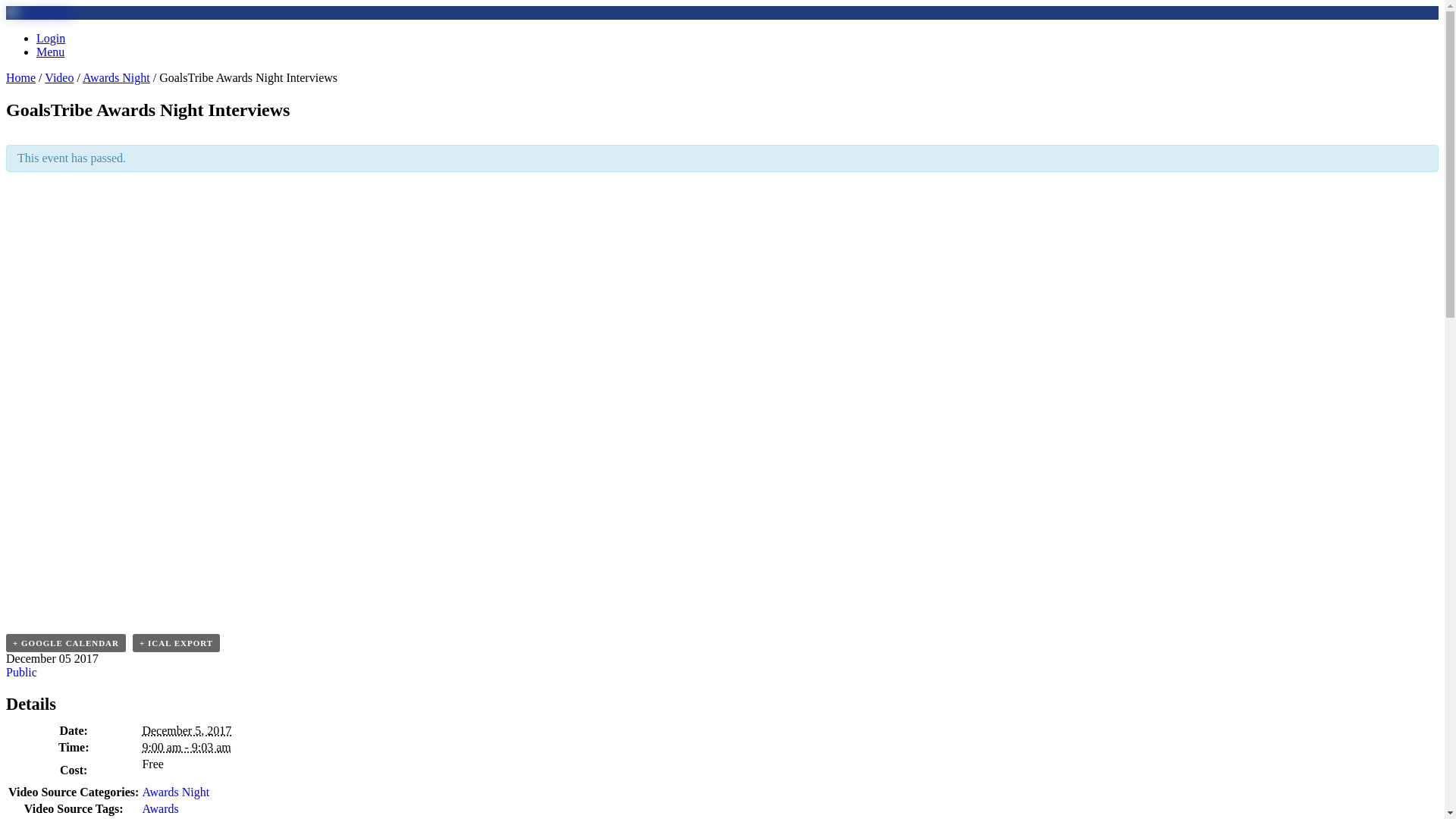  Describe the element at coordinates (142, 791) in the screenshot. I see `'Awards Night'` at that location.